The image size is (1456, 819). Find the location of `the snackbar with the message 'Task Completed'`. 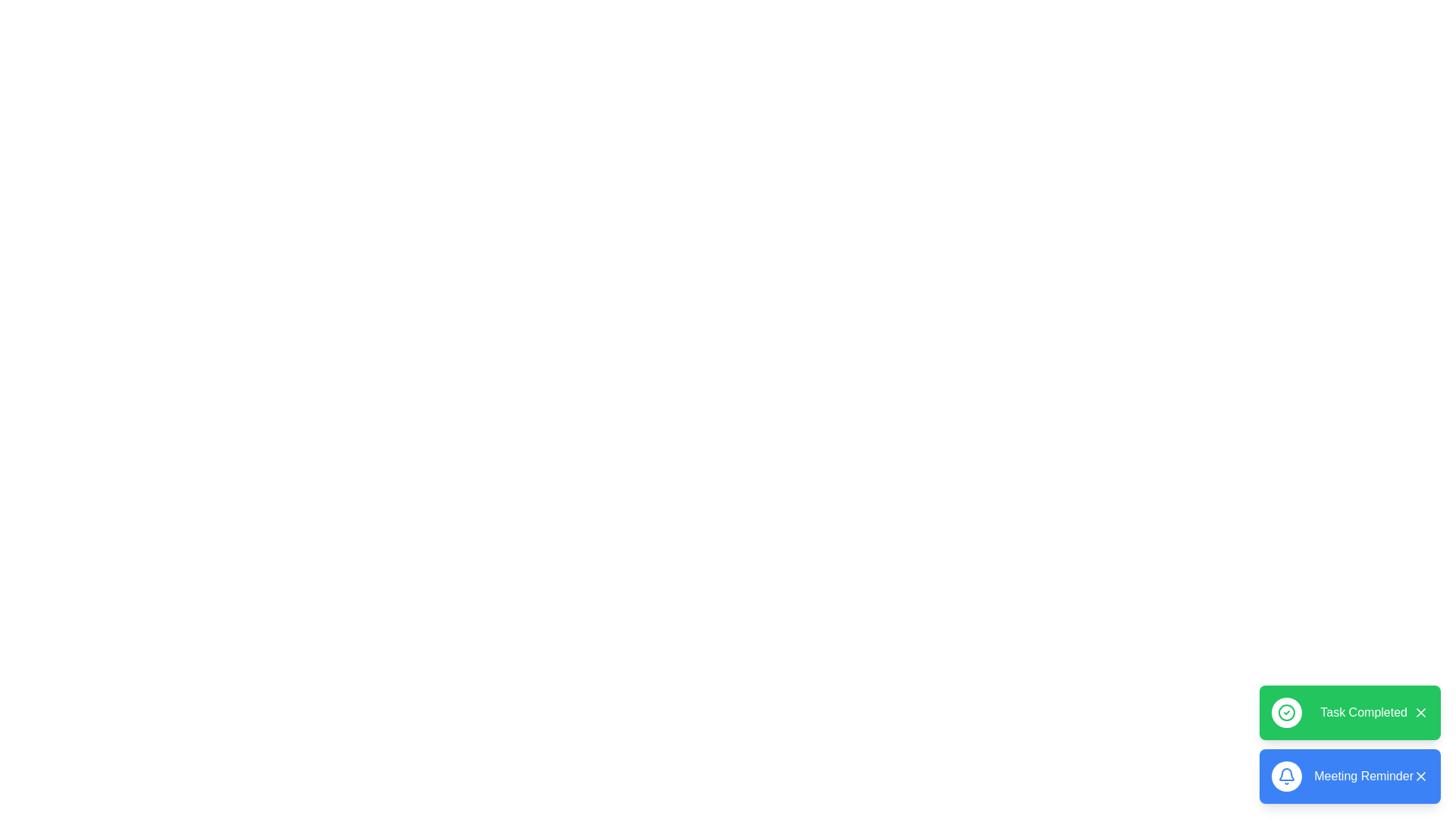

the snackbar with the message 'Task Completed' is located at coordinates (1350, 713).